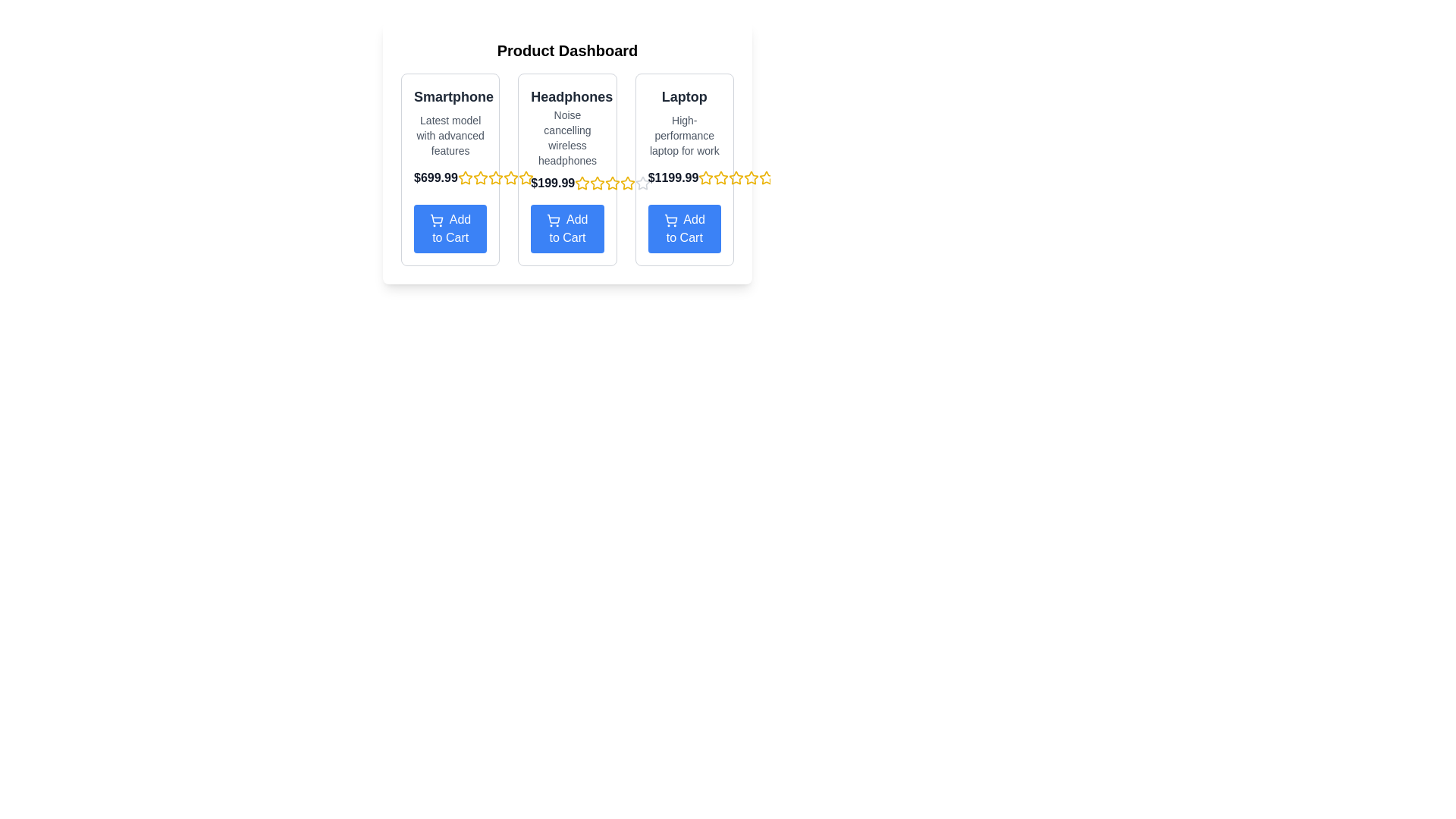 The image size is (1456, 819). I want to click on the second star-shaped rating icon with a yellow outline located under the price text '$699.99' for the 'Smartphone' product section, so click(464, 177).